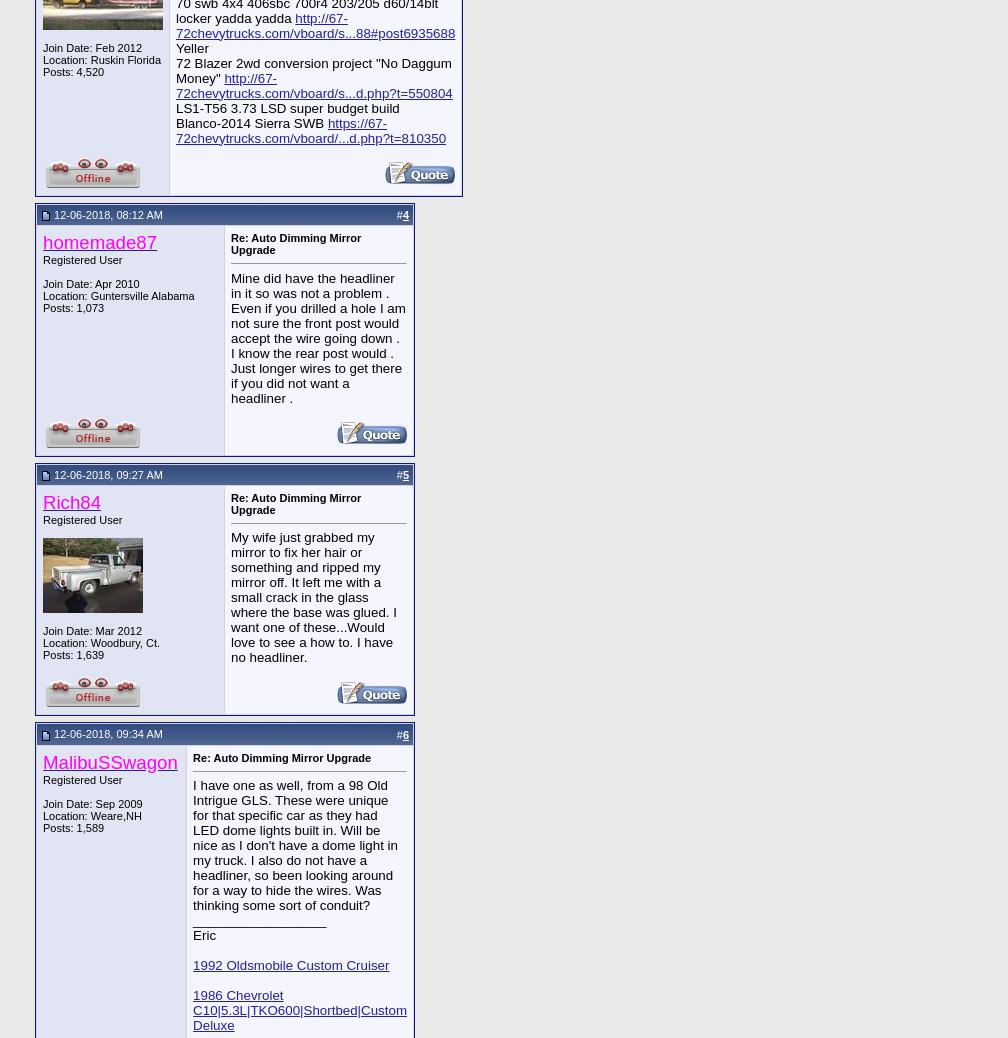 The image size is (1008, 1038). Describe the element at coordinates (92, 815) in the screenshot. I see `'Location: Weare,NH'` at that location.